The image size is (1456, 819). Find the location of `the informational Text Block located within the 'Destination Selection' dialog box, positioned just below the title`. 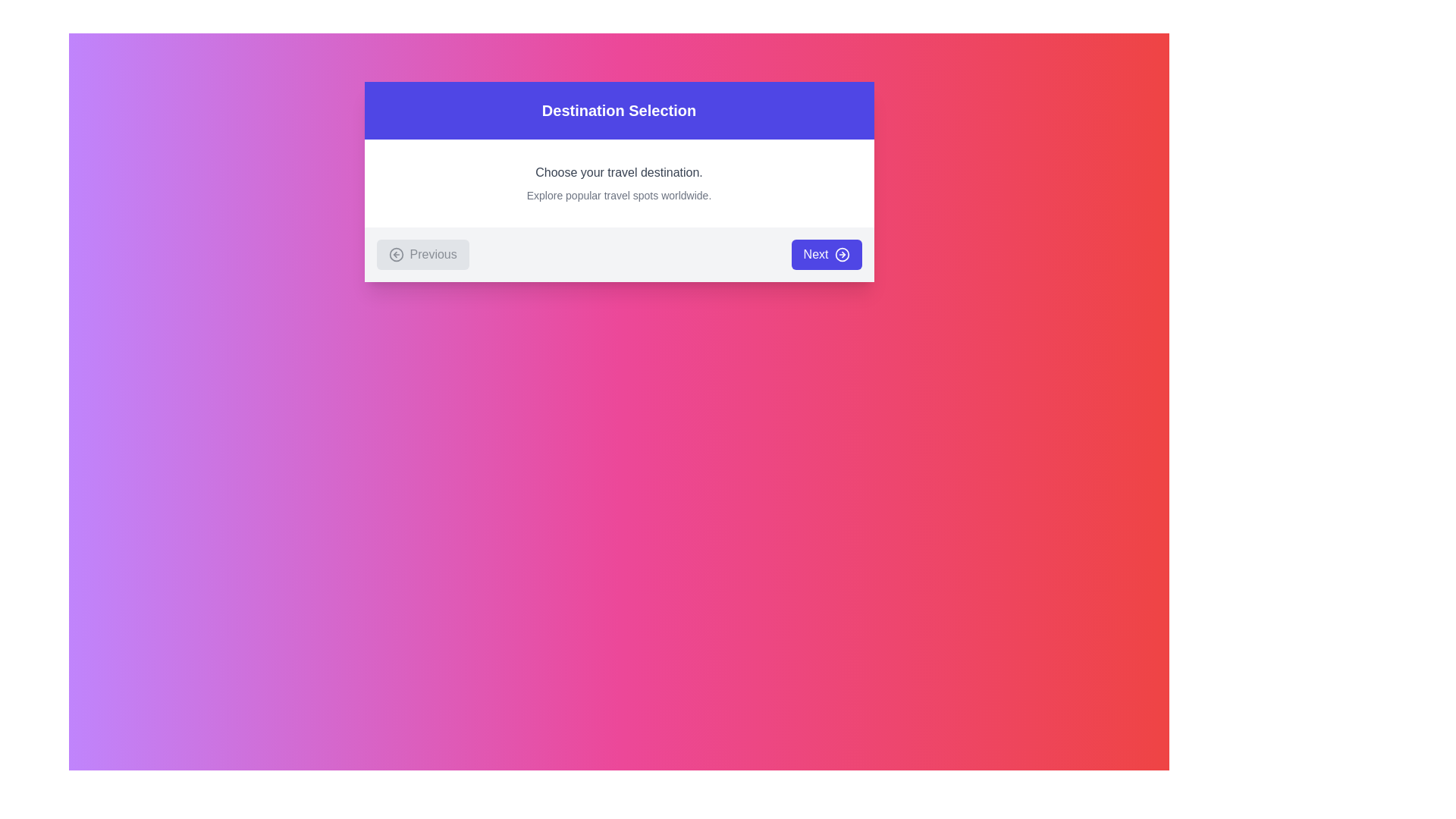

the informational Text Block located within the 'Destination Selection' dialog box, positioned just below the title is located at coordinates (619, 183).